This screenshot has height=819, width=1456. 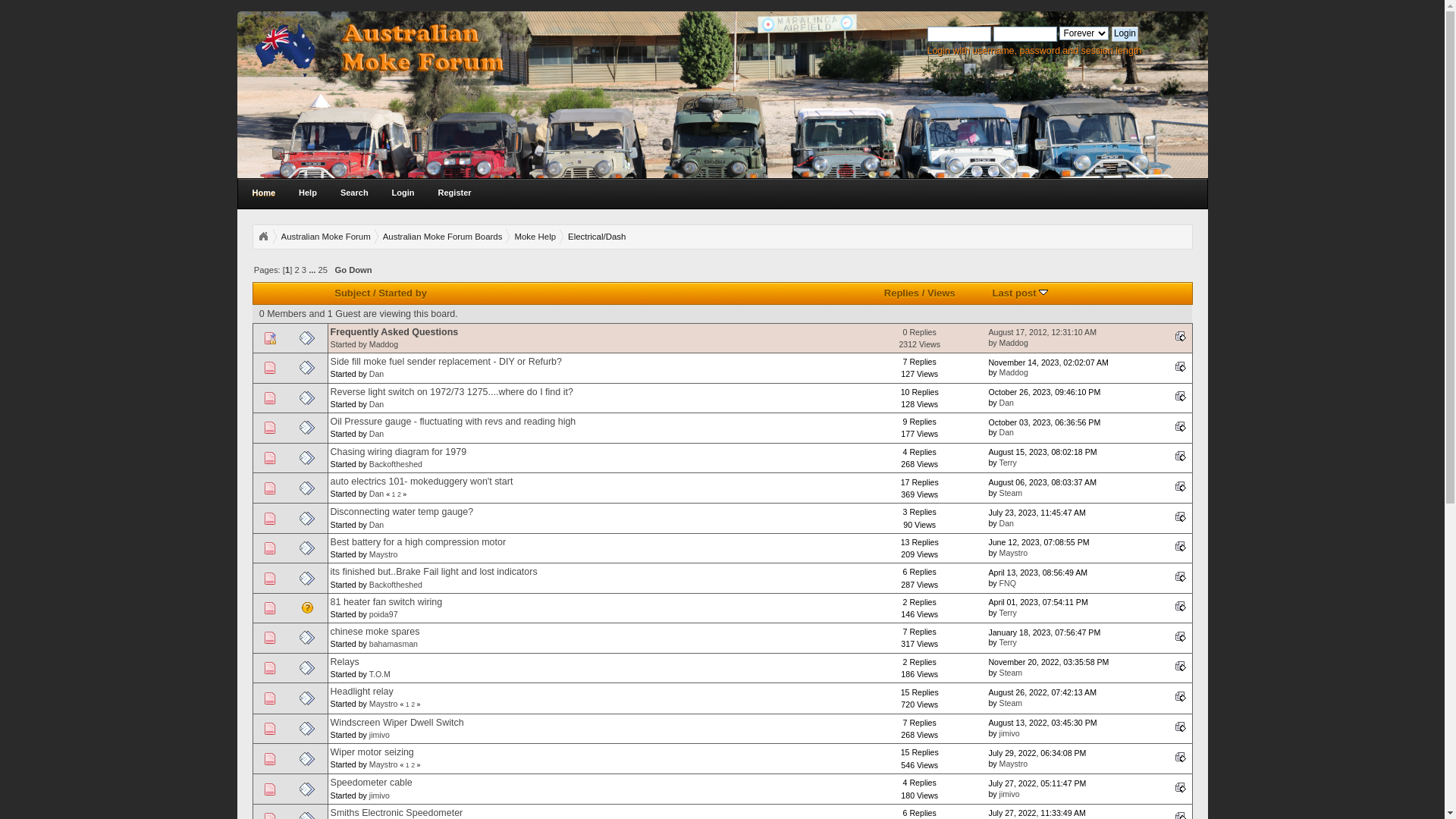 What do you see at coordinates (382, 237) in the screenshot?
I see `'Australian Moke Forum Boards'` at bounding box center [382, 237].